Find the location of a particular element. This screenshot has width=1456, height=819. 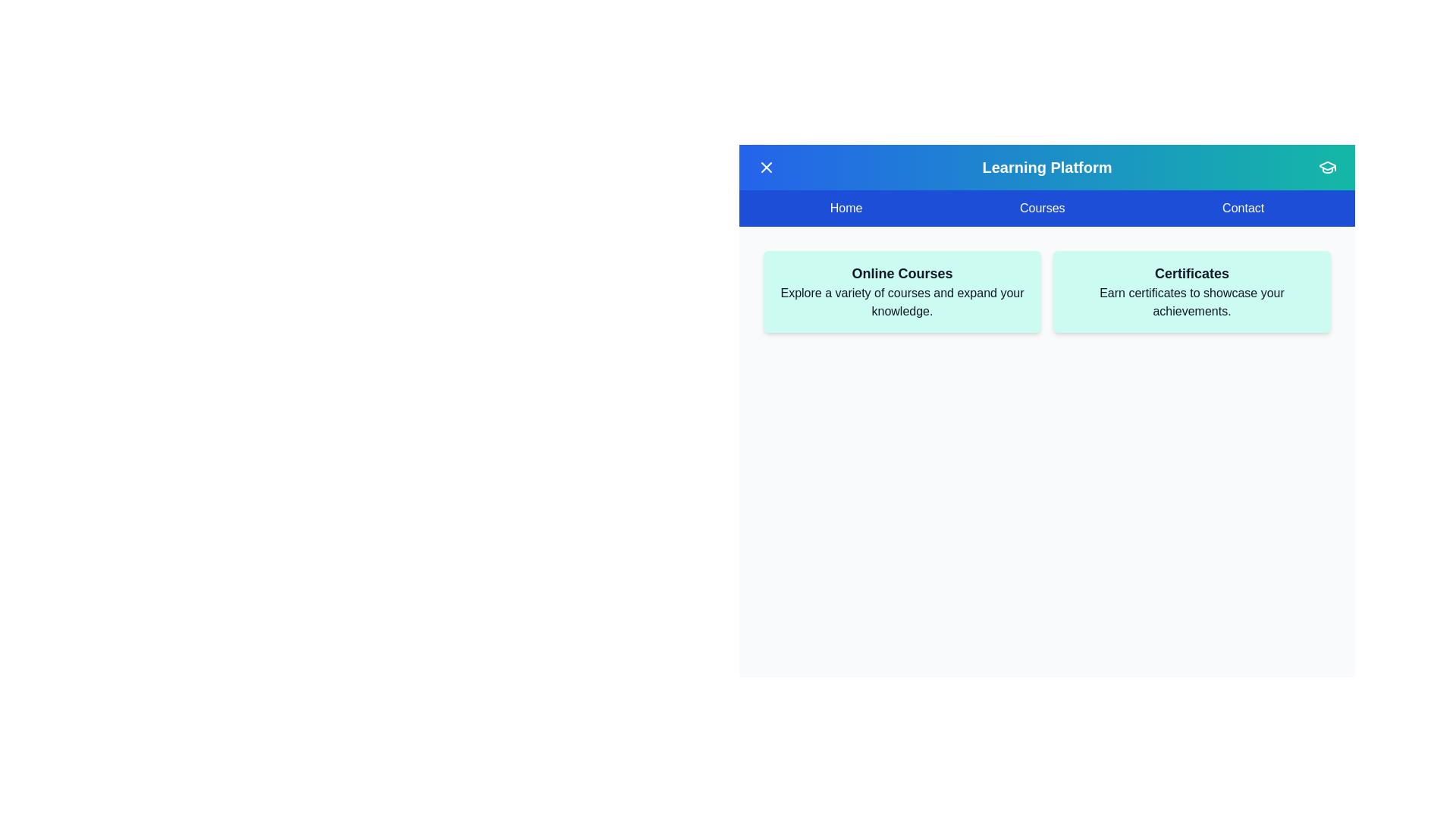

the 'Courses' menu item to navigate to the 'Courses' section is located at coordinates (1040, 208).